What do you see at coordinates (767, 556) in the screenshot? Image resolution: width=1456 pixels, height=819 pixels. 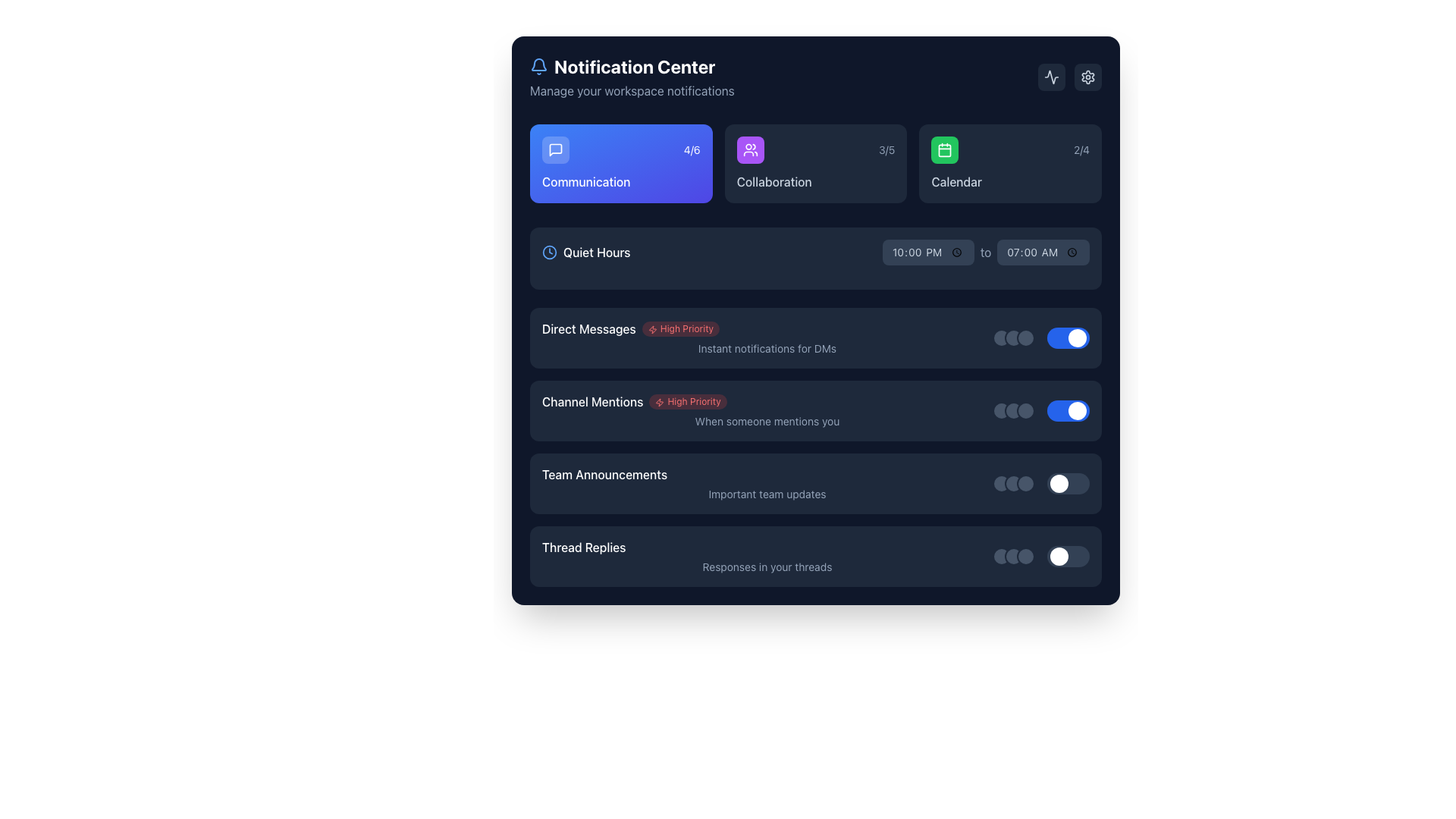 I see `the text label that reads 'Thread Replies' and 'Responses in your threads', which is located towards the bottom of the interface, just before the last toggle button` at bounding box center [767, 556].